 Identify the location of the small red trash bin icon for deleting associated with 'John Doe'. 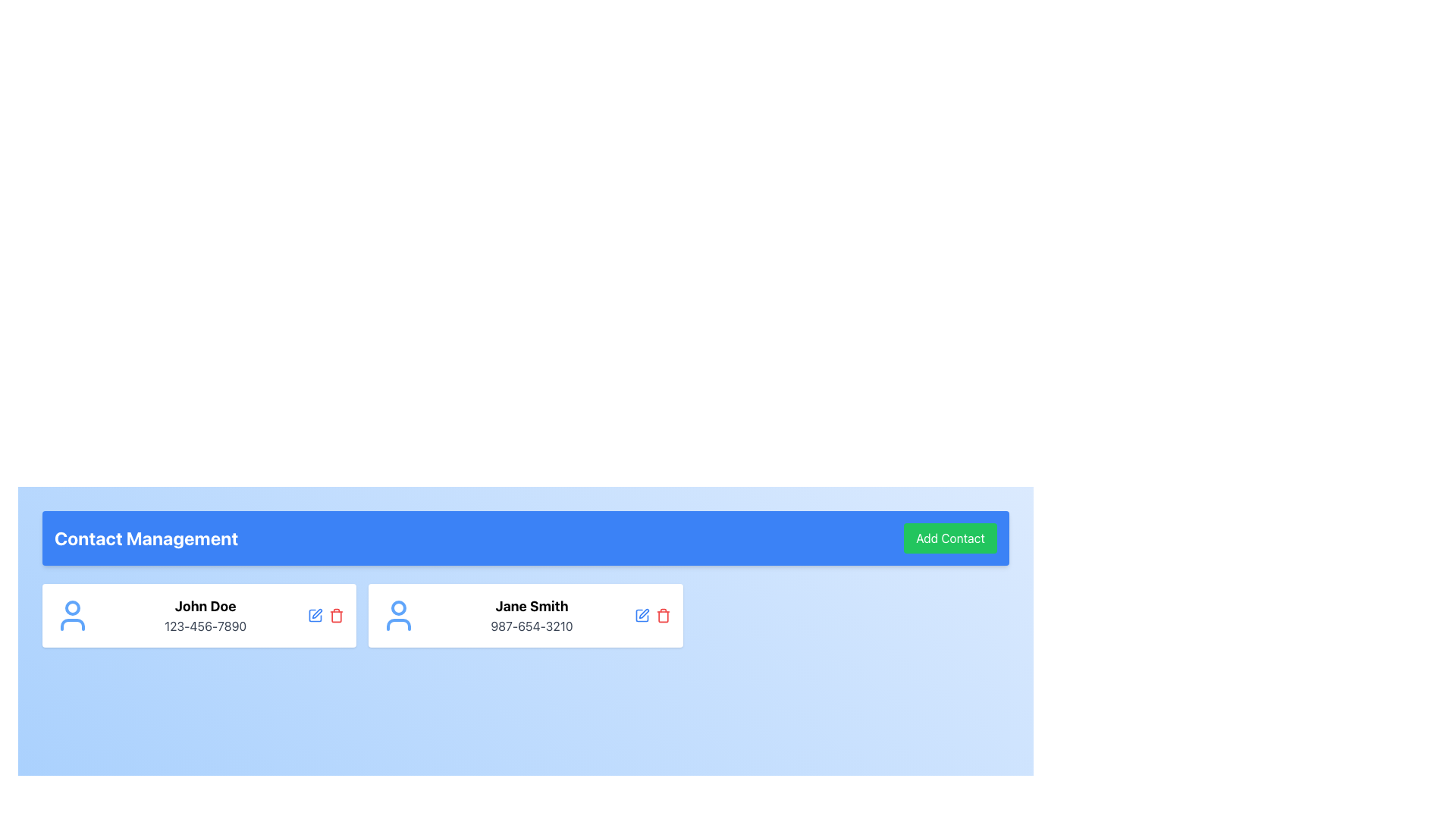
(336, 616).